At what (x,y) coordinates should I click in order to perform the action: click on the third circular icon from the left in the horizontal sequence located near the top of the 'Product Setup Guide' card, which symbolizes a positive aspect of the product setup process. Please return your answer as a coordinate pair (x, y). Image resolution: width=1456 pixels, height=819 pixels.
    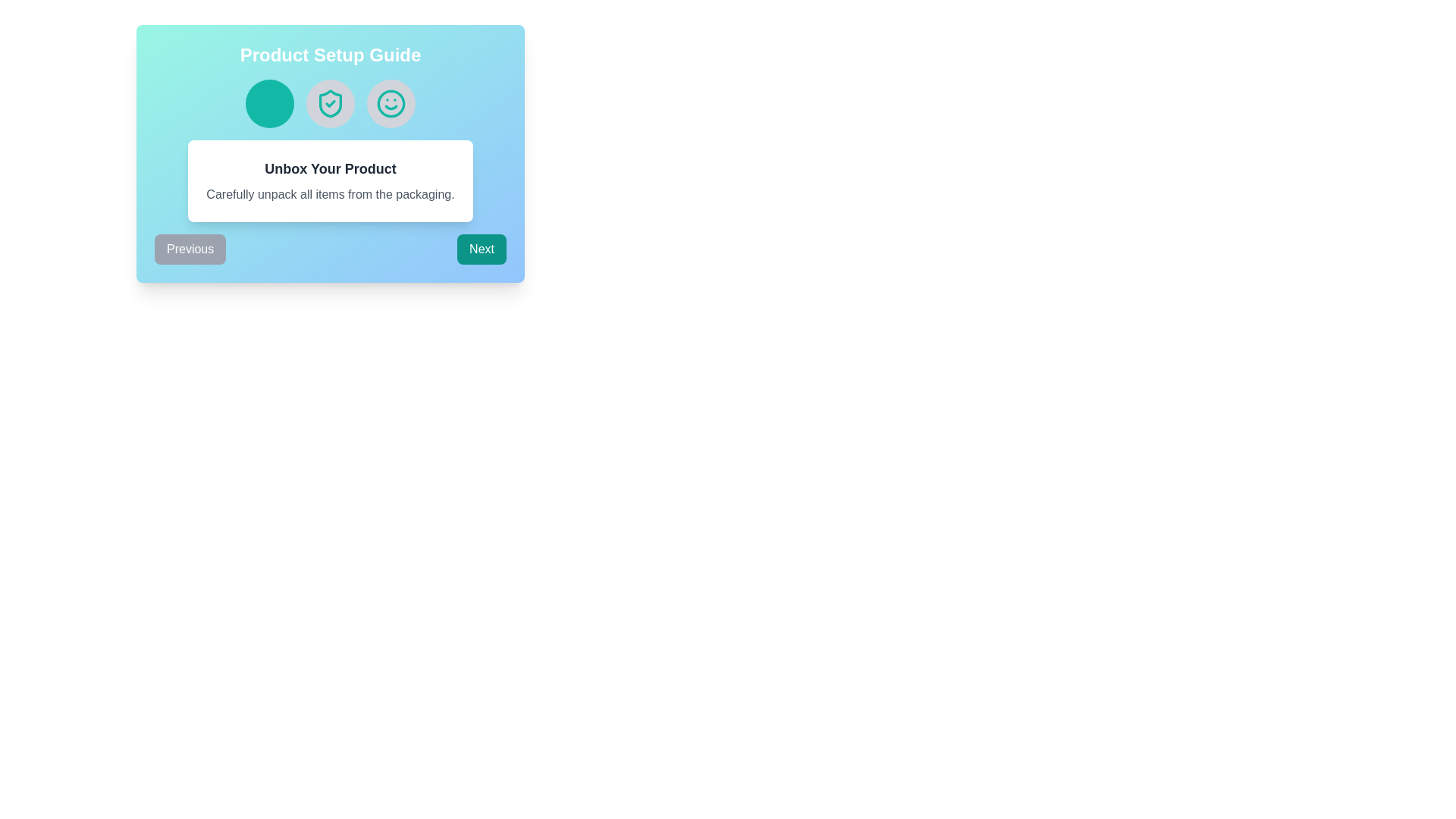
    Looking at the image, I should click on (391, 103).